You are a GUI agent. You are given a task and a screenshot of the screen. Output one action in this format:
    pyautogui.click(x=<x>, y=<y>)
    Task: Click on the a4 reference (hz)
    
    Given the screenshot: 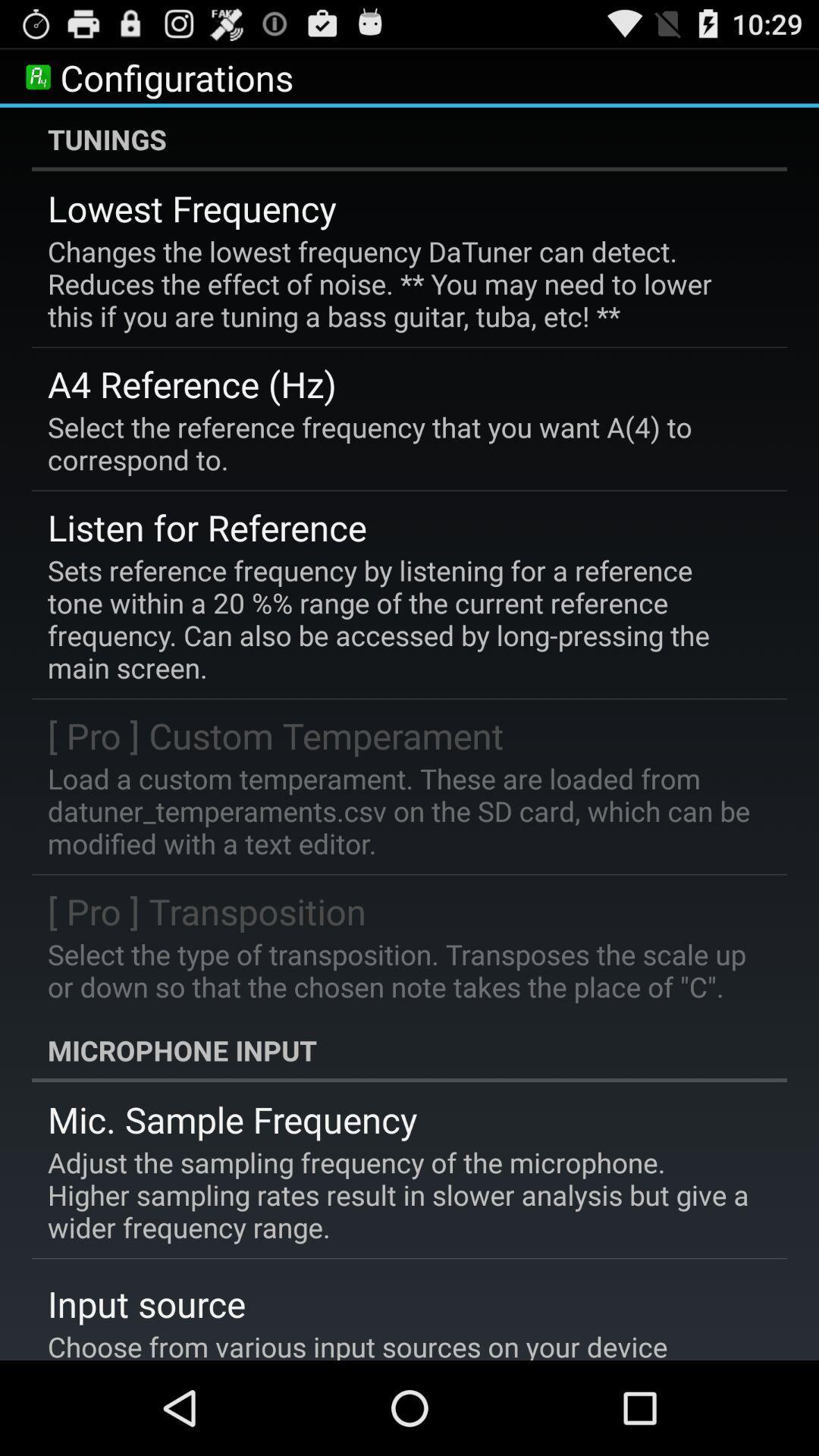 What is the action you would take?
    pyautogui.click(x=191, y=384)
    